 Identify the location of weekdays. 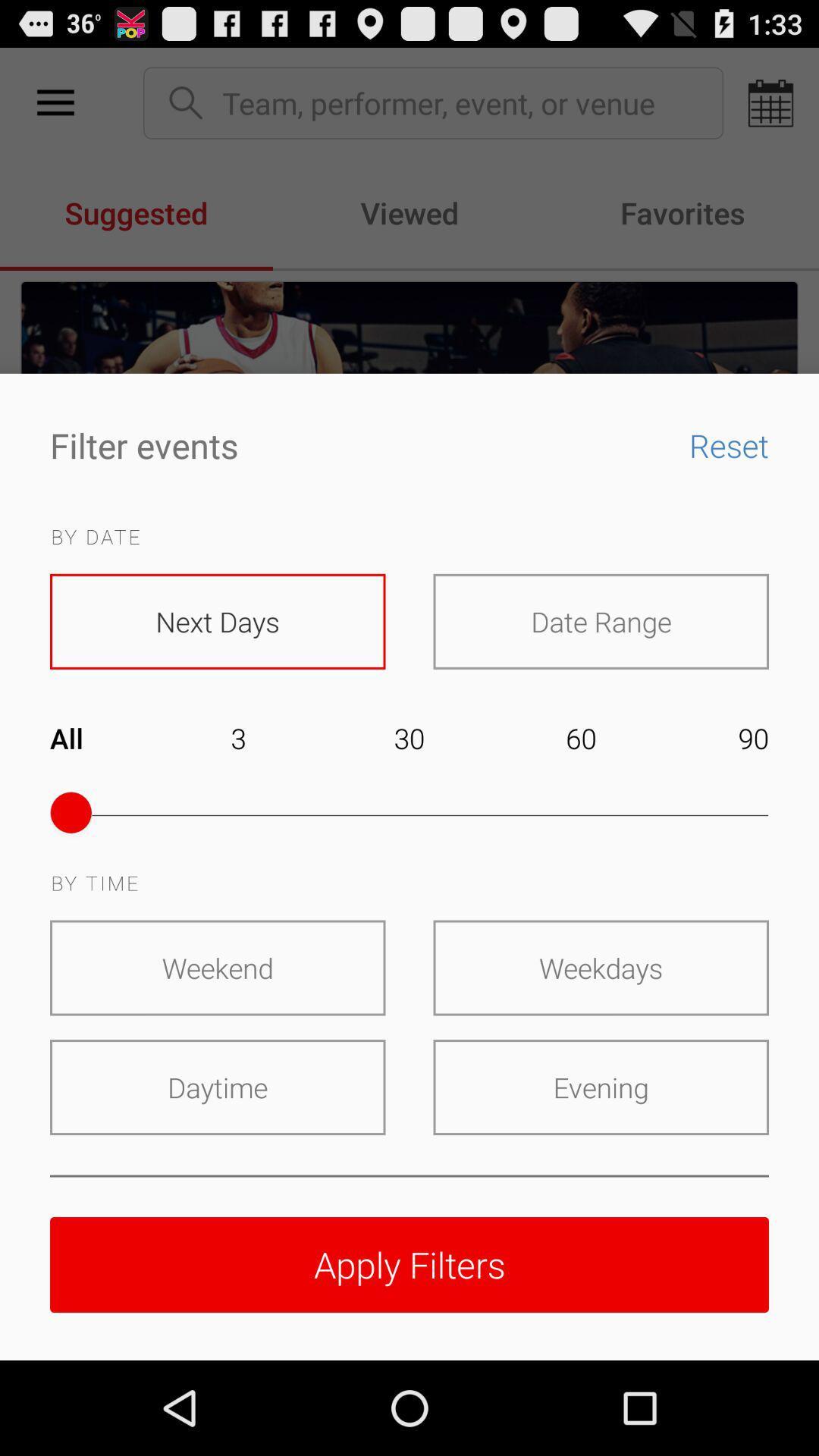
(600, 967).